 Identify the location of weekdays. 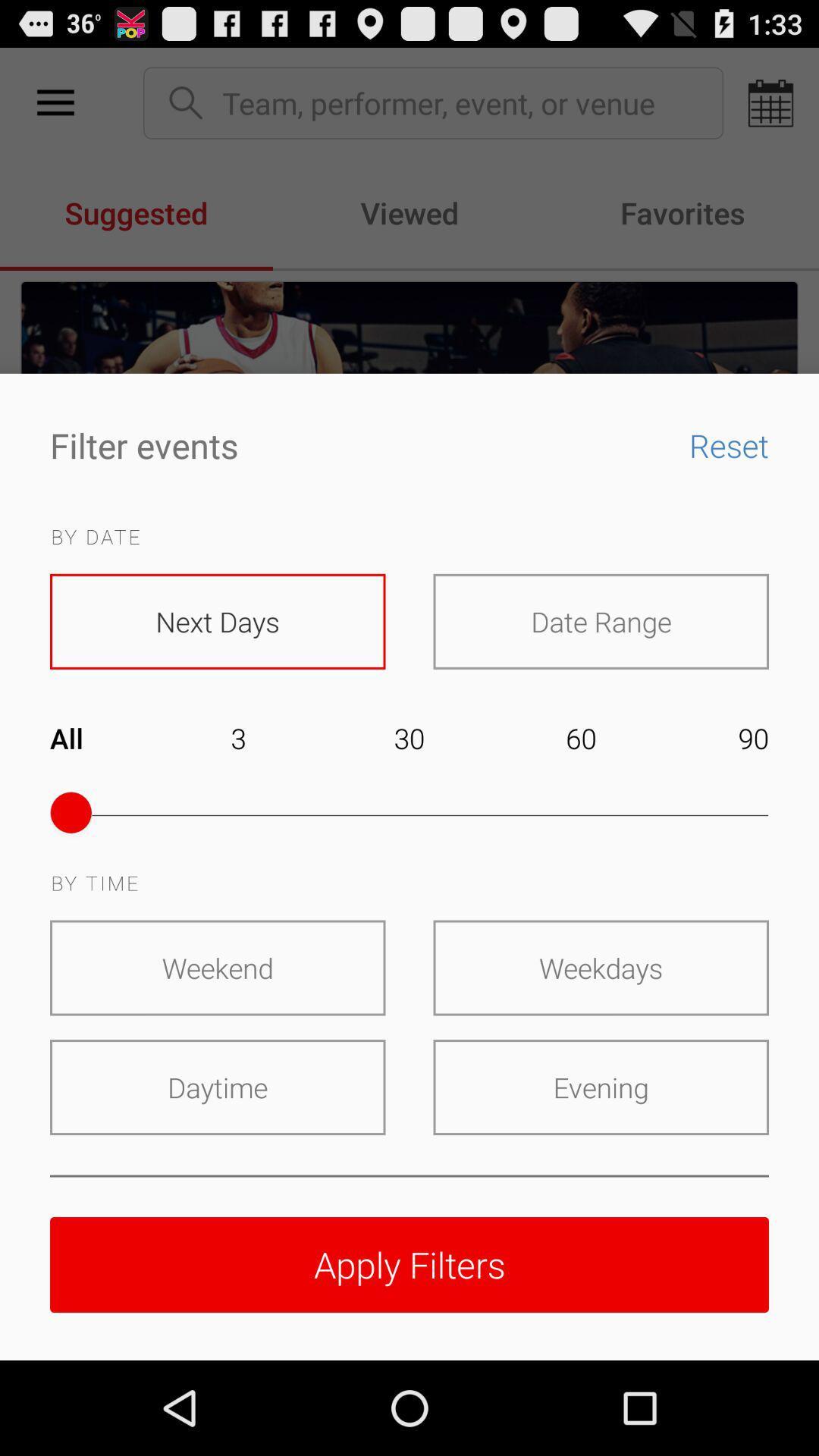
(600, 967).